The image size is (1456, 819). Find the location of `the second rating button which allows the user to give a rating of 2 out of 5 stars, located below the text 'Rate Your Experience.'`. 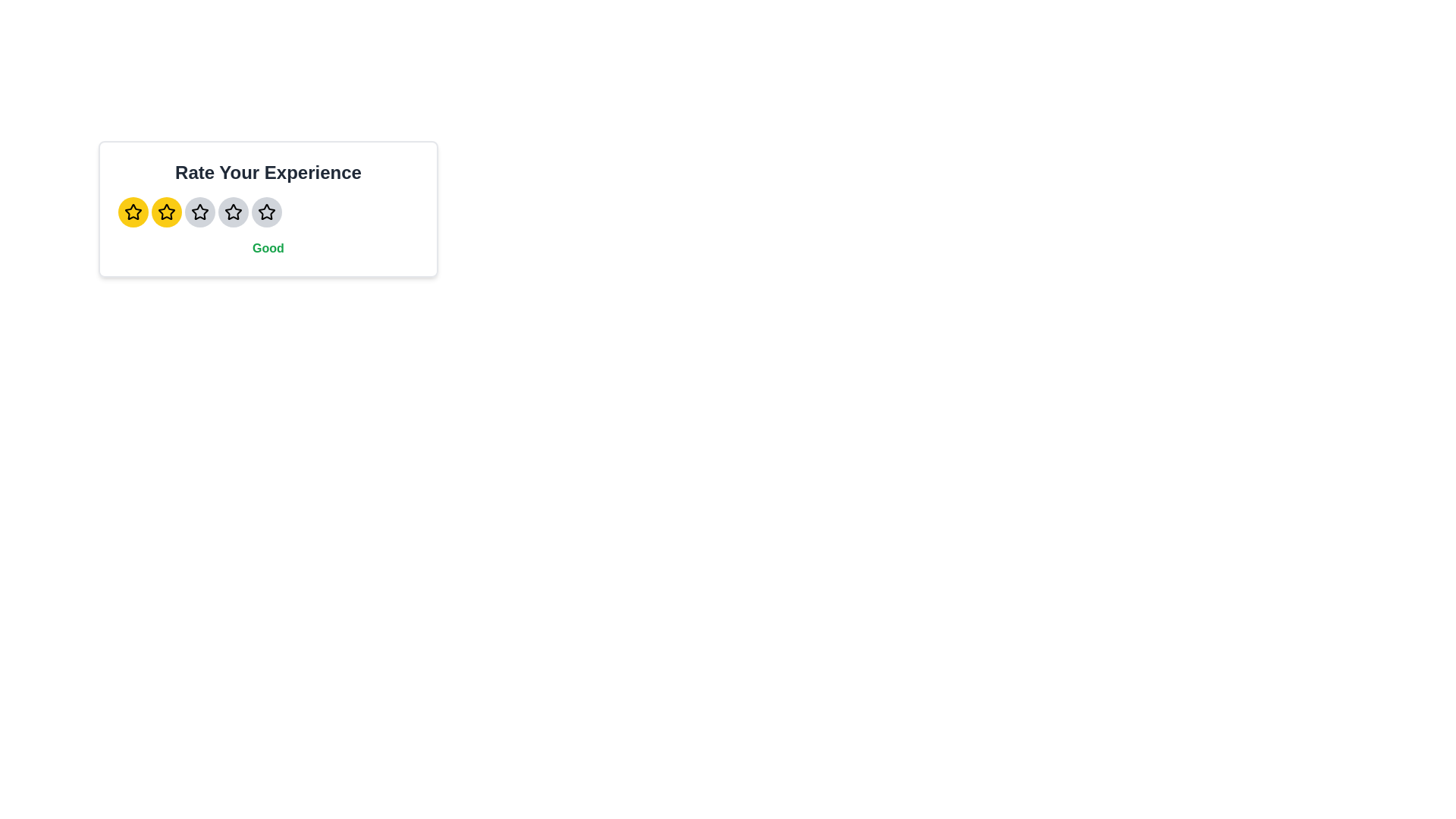

the second rating button which allows the user to give a rating of 2 out of 5 stars, located below the text 'Rate Your Experience.' is located at coordinates (167, 212).